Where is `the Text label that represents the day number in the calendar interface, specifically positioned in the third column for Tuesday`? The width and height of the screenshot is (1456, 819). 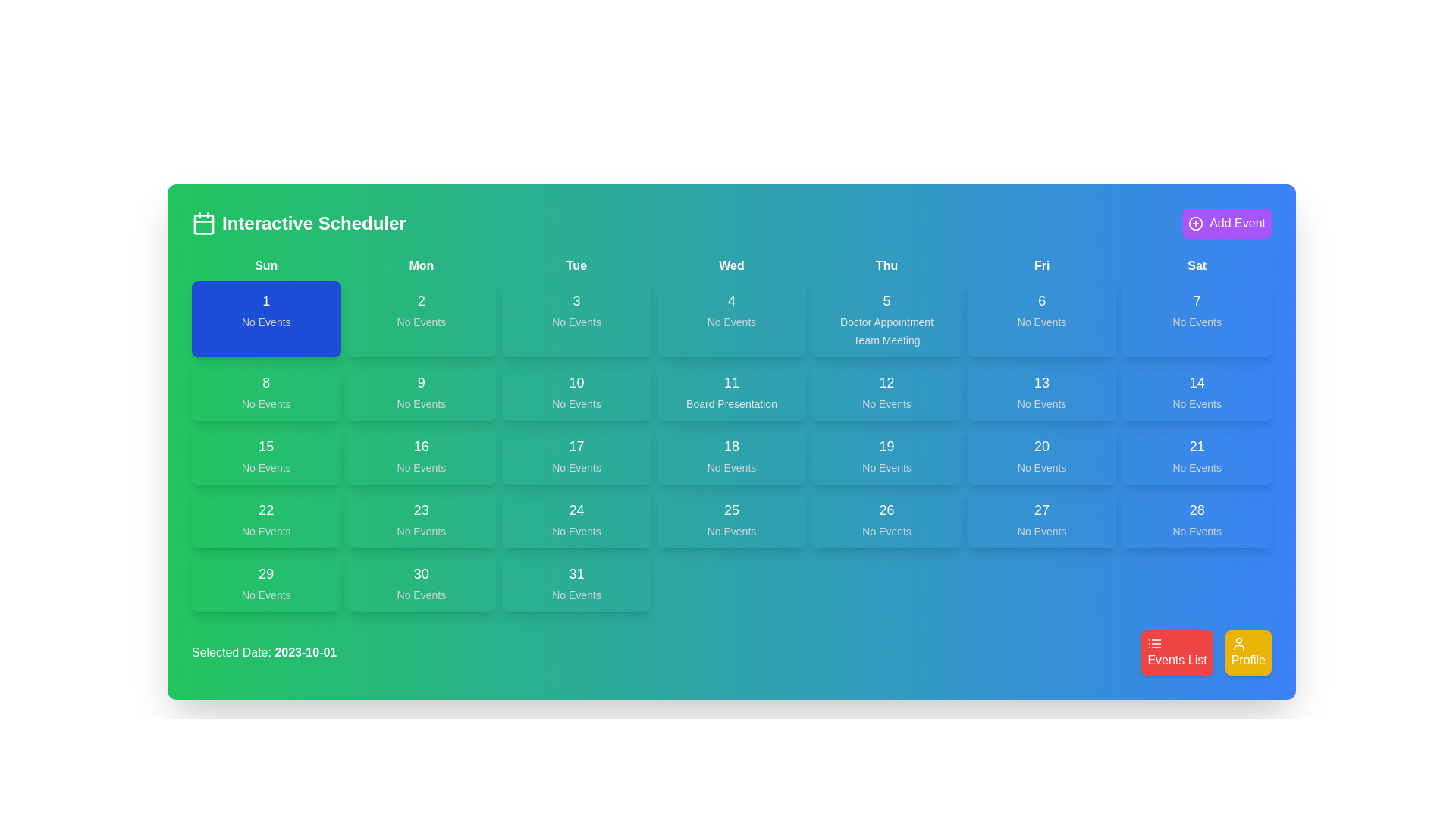
the Text label that represents the day number in the calendar interface, specifically positioned in the third column for Tuesday is located at coordinates (576, 301).